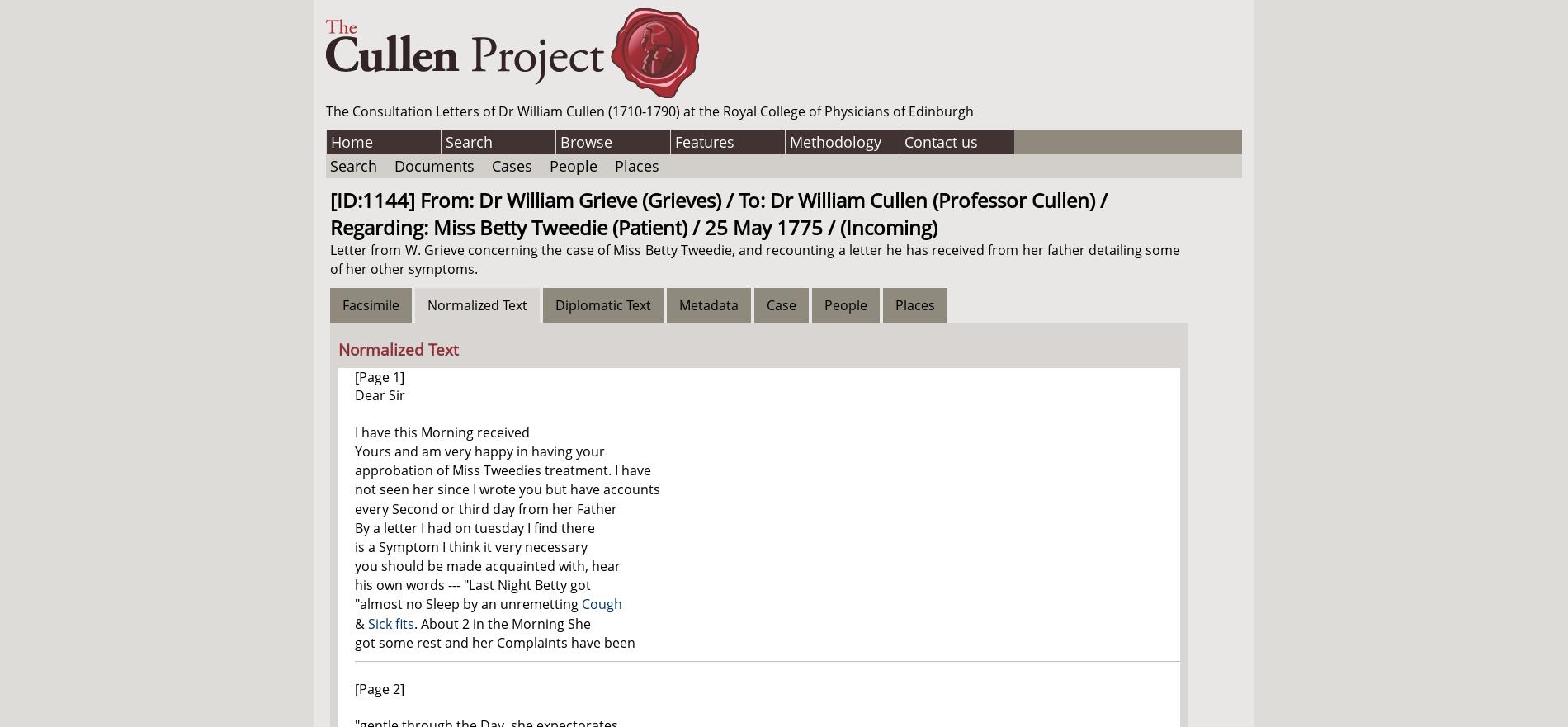 Image resolution: width=1568 pixels, height=727 pixels. Describe the element at coordinates (434, 165) in the screenshot. I see `'Documents'` at that location.